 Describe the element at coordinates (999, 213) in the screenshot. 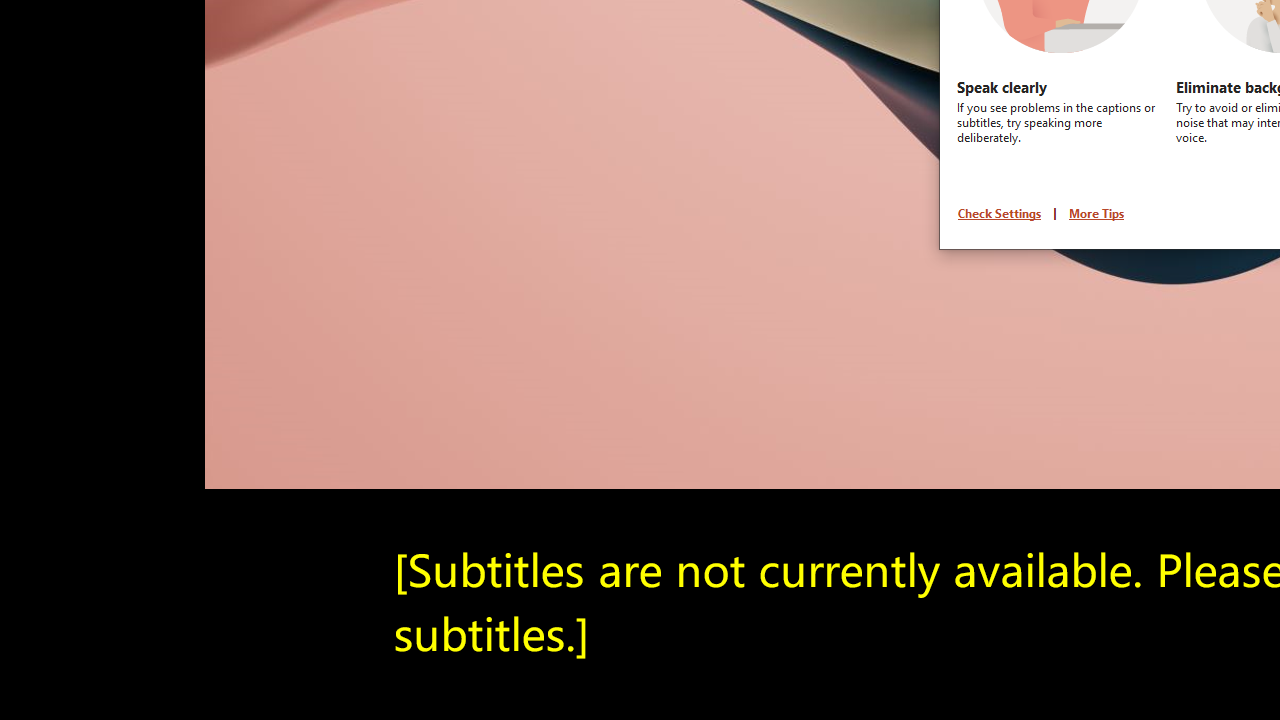

I see `'Check Settings'` at that location.